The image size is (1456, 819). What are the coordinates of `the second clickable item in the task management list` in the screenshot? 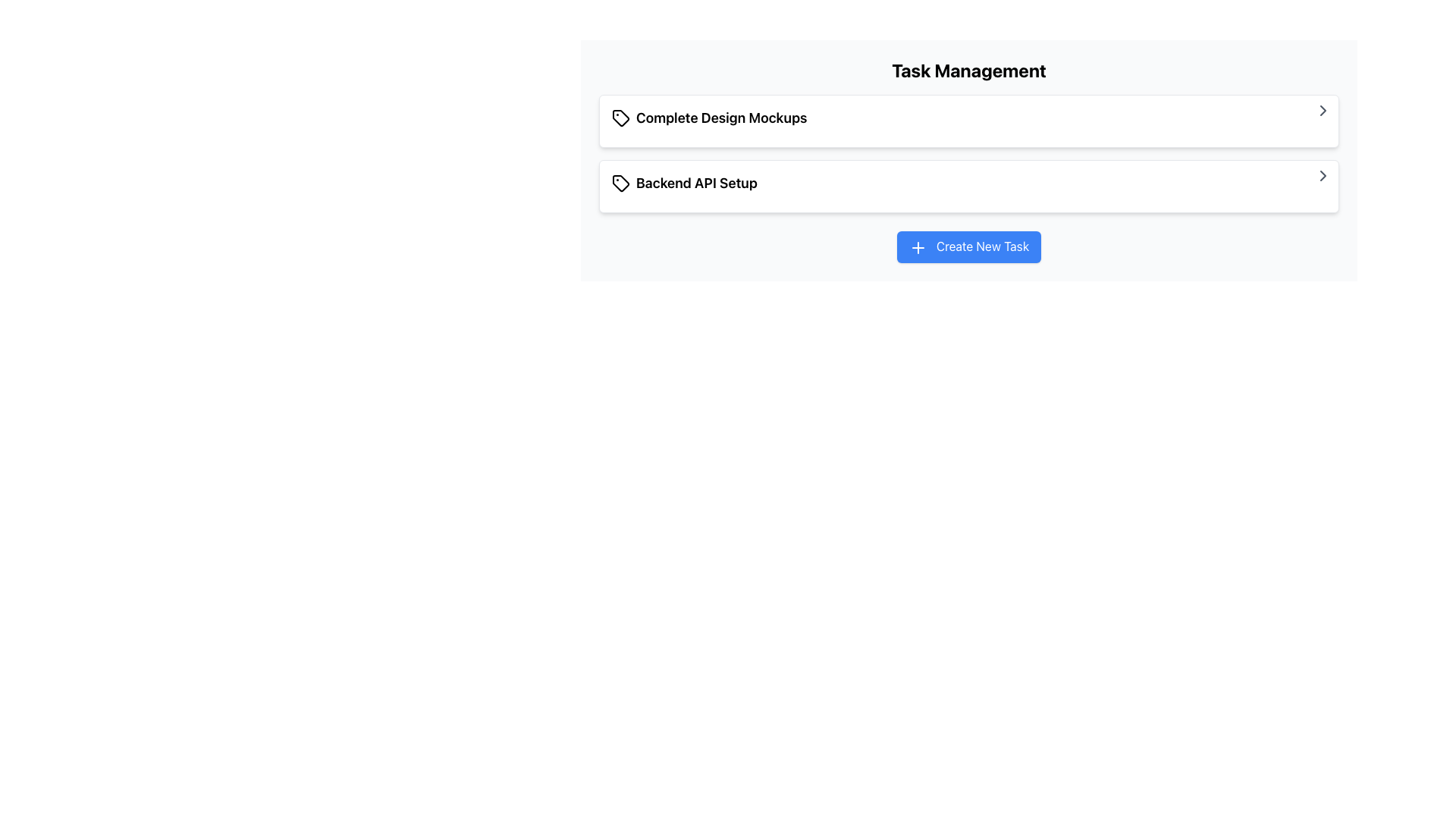 It's located at (968, 186).